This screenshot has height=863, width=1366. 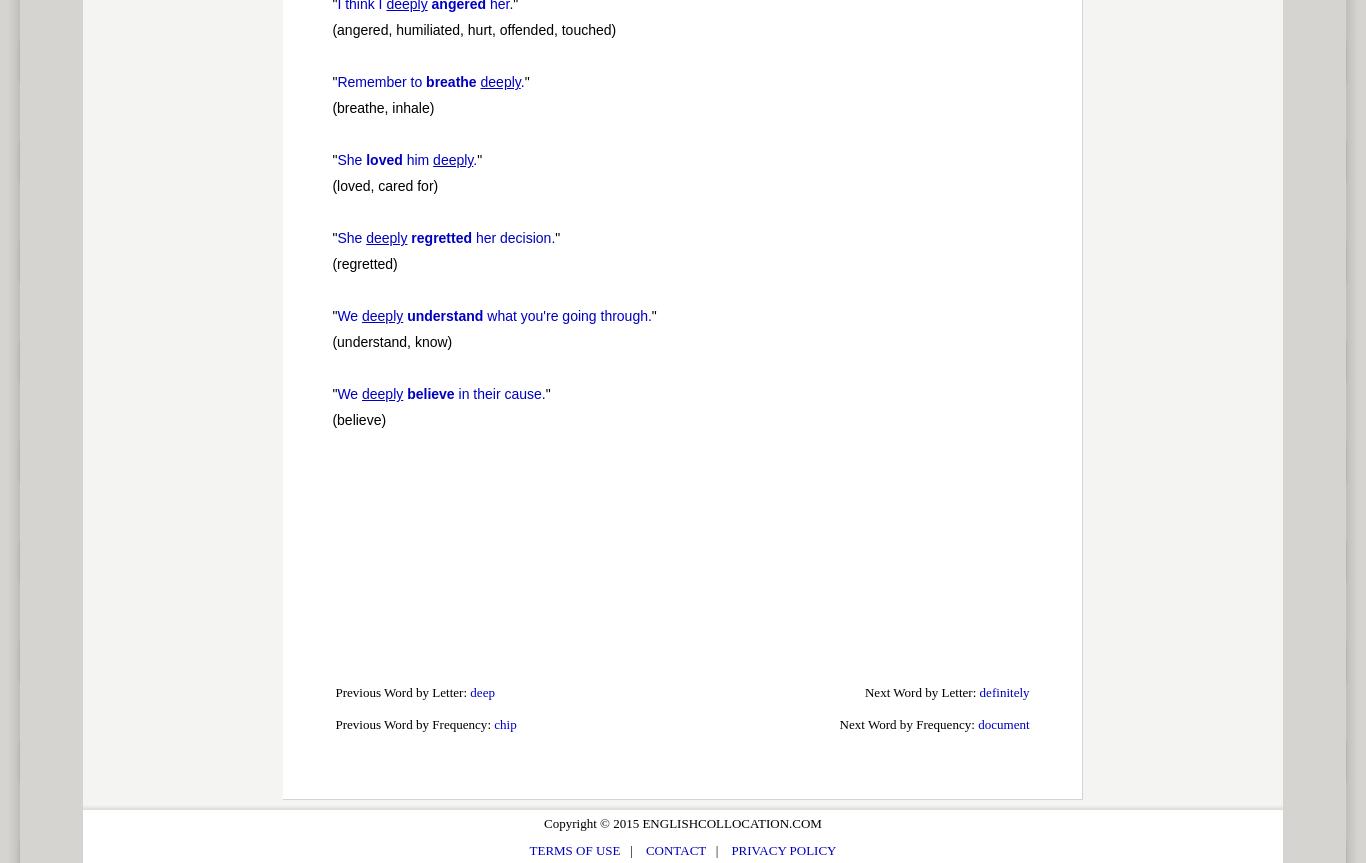 What do you see at coordinates (513, 238) in the screenshot?
I see `'her decision.'` at bounding box center [513, 238].